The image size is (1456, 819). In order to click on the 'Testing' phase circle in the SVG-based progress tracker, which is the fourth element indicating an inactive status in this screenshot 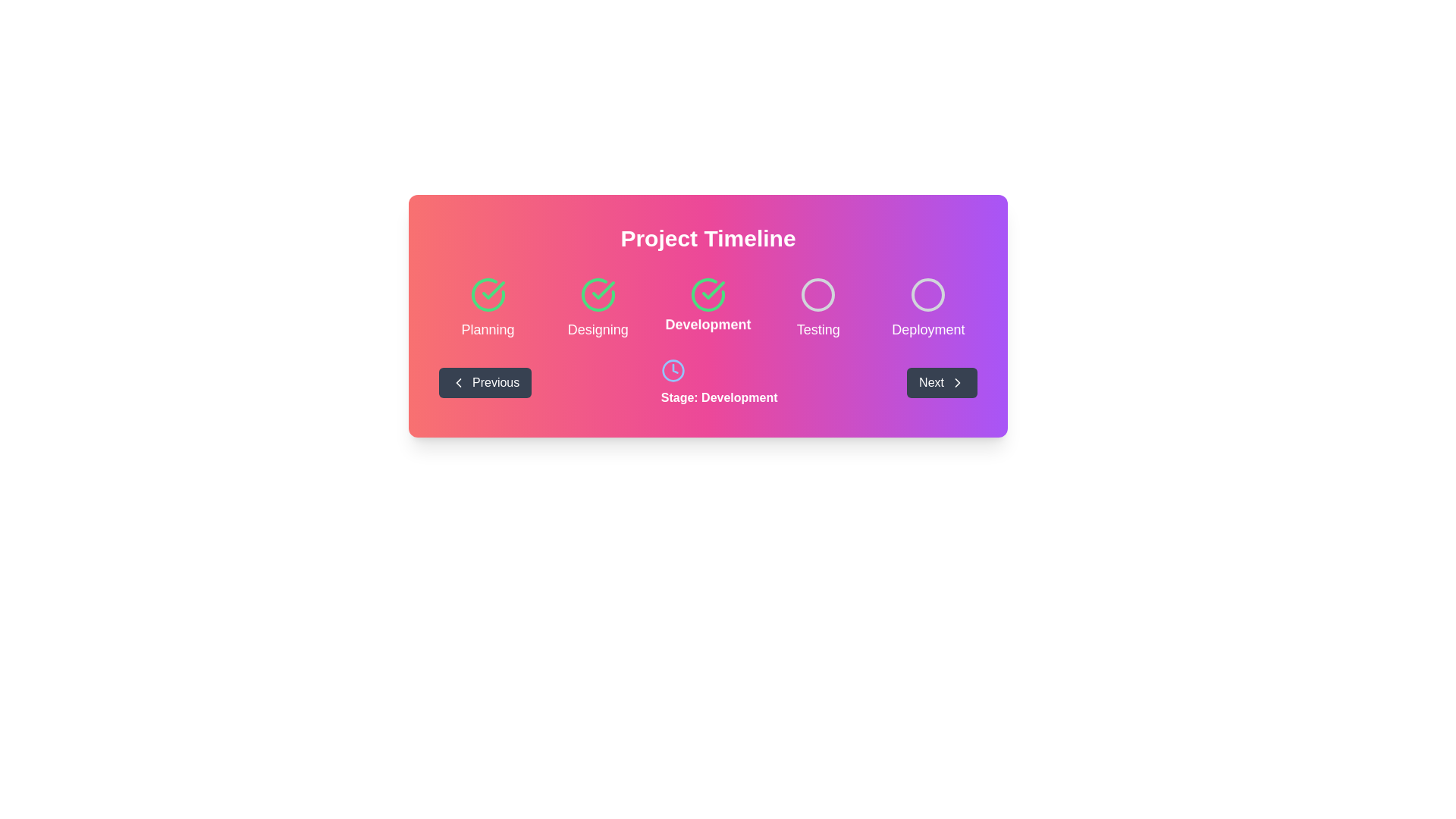, I will do `click(817, 295)`.